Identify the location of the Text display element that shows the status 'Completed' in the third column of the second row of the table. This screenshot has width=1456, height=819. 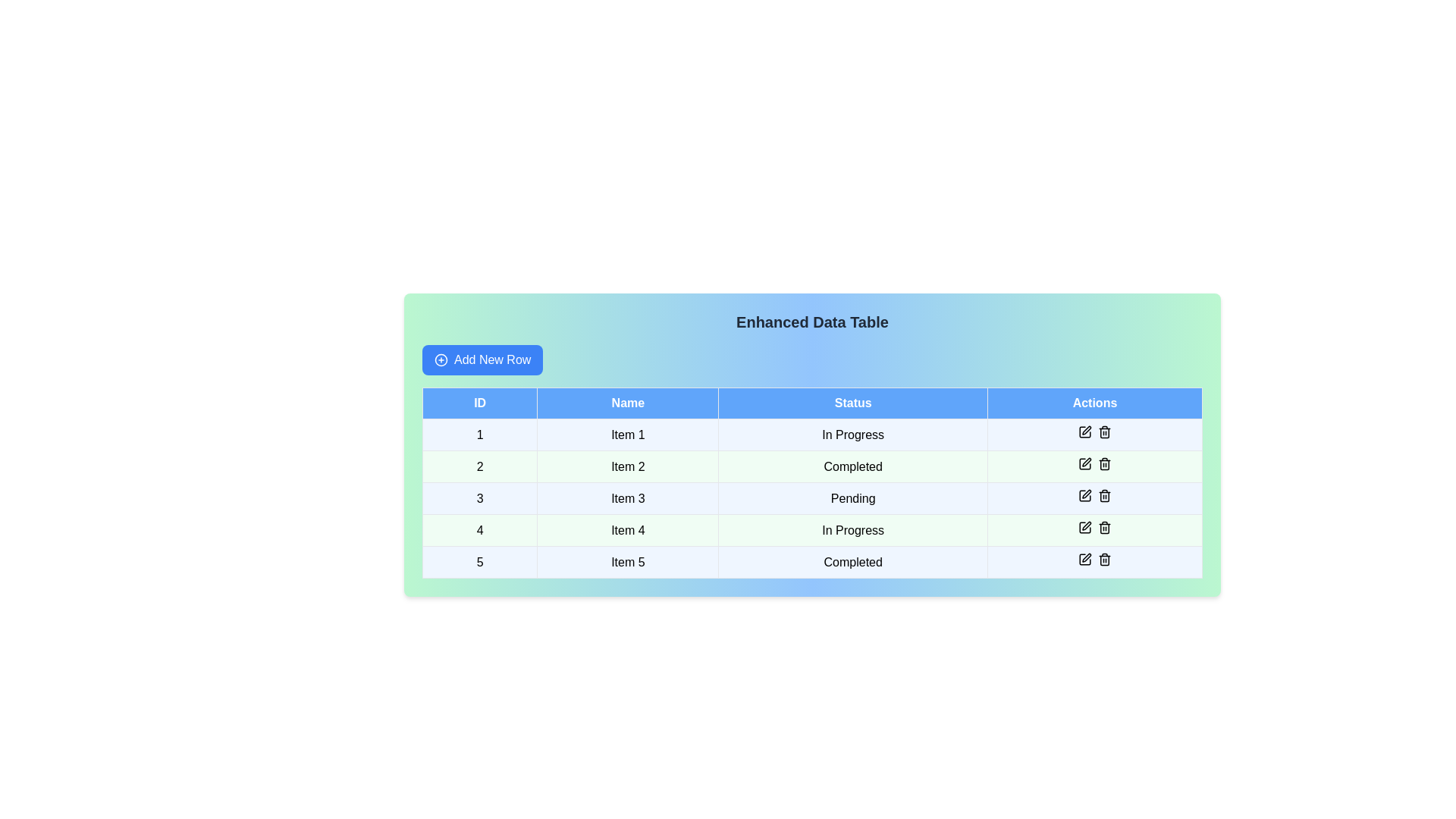
(853, 466).